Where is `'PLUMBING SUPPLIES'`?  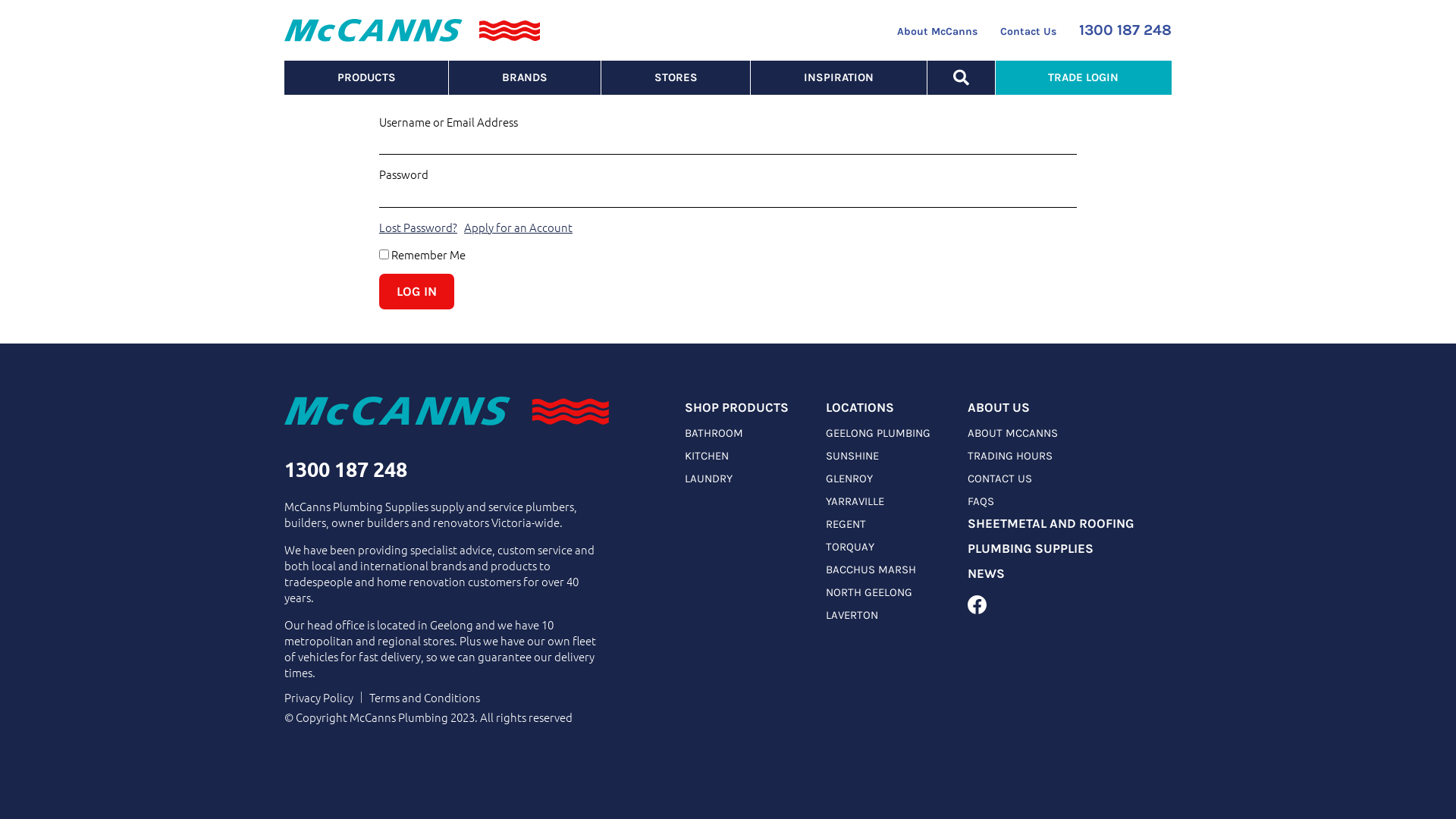
'PLUMBING SUPPLIES' is located at coordinates (1030, 548).